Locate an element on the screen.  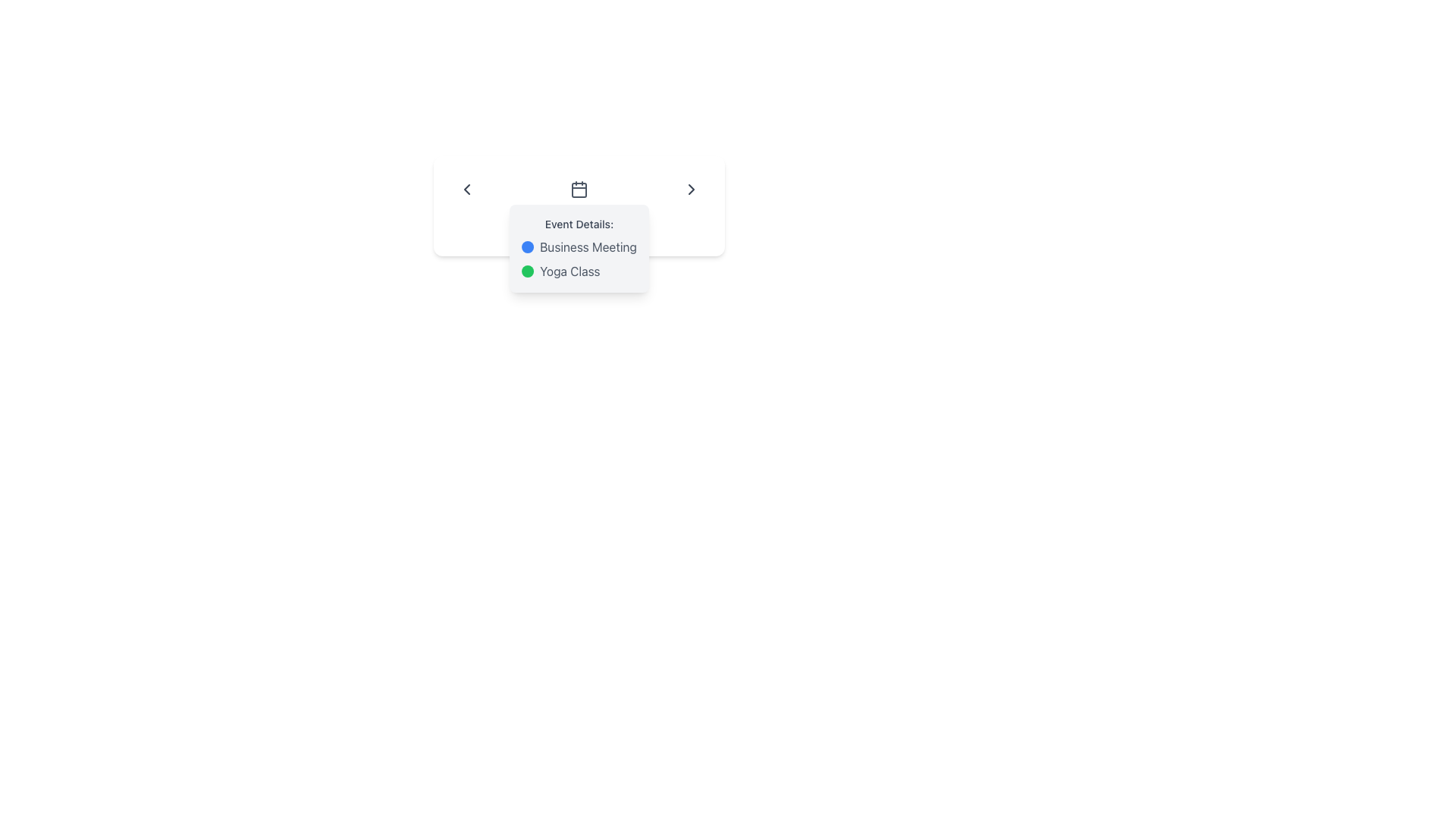
the List with icon-label pairs element featuring 'Business Meeting' and 'Yoga Class' to focus it is located at coordinates (578, 259).